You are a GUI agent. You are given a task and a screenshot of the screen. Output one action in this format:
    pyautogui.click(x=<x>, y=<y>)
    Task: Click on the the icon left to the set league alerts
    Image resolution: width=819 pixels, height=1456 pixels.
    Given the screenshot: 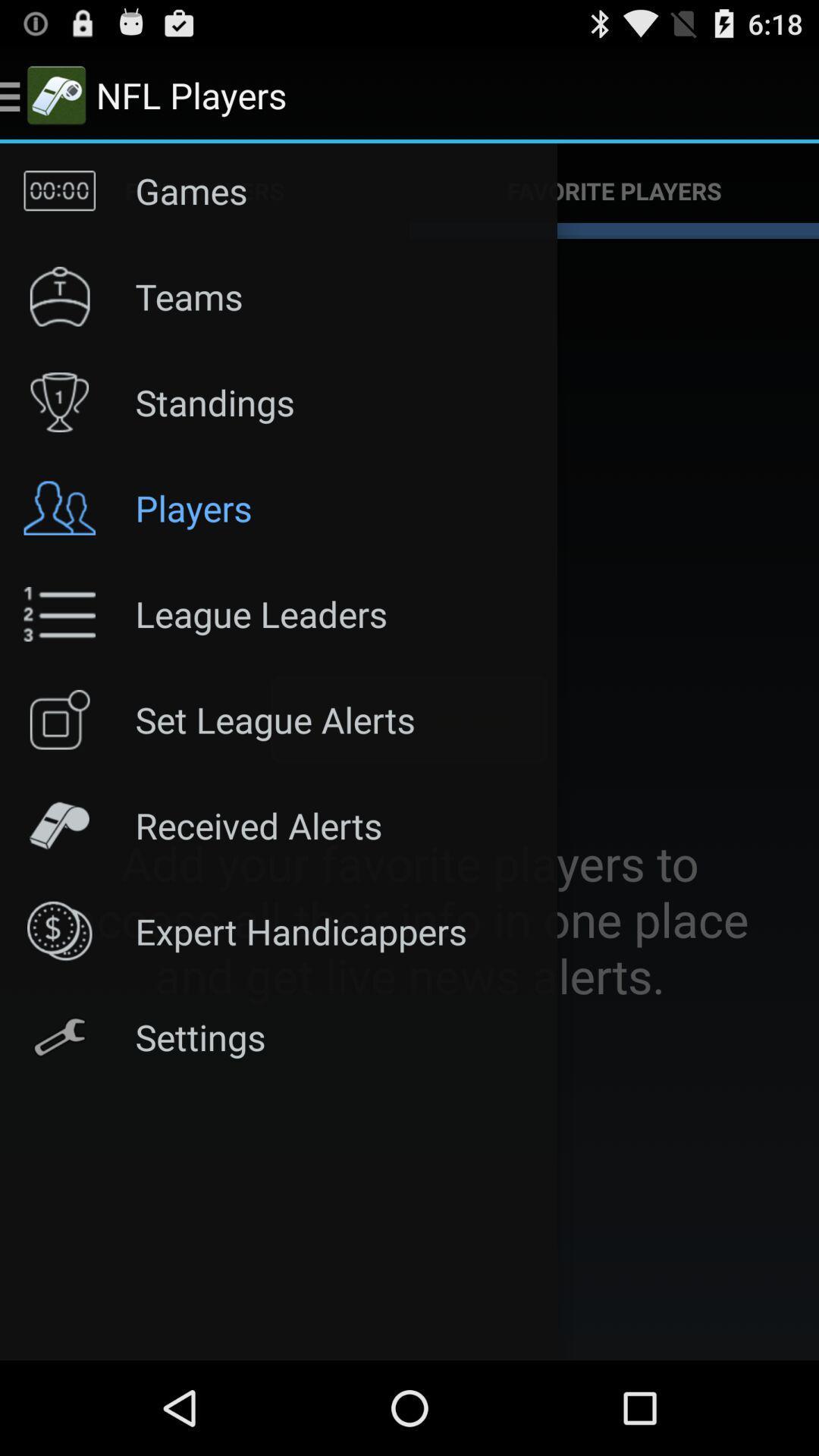 What is the action you would take?
    pyautogui.click(x=58, y=719)
    